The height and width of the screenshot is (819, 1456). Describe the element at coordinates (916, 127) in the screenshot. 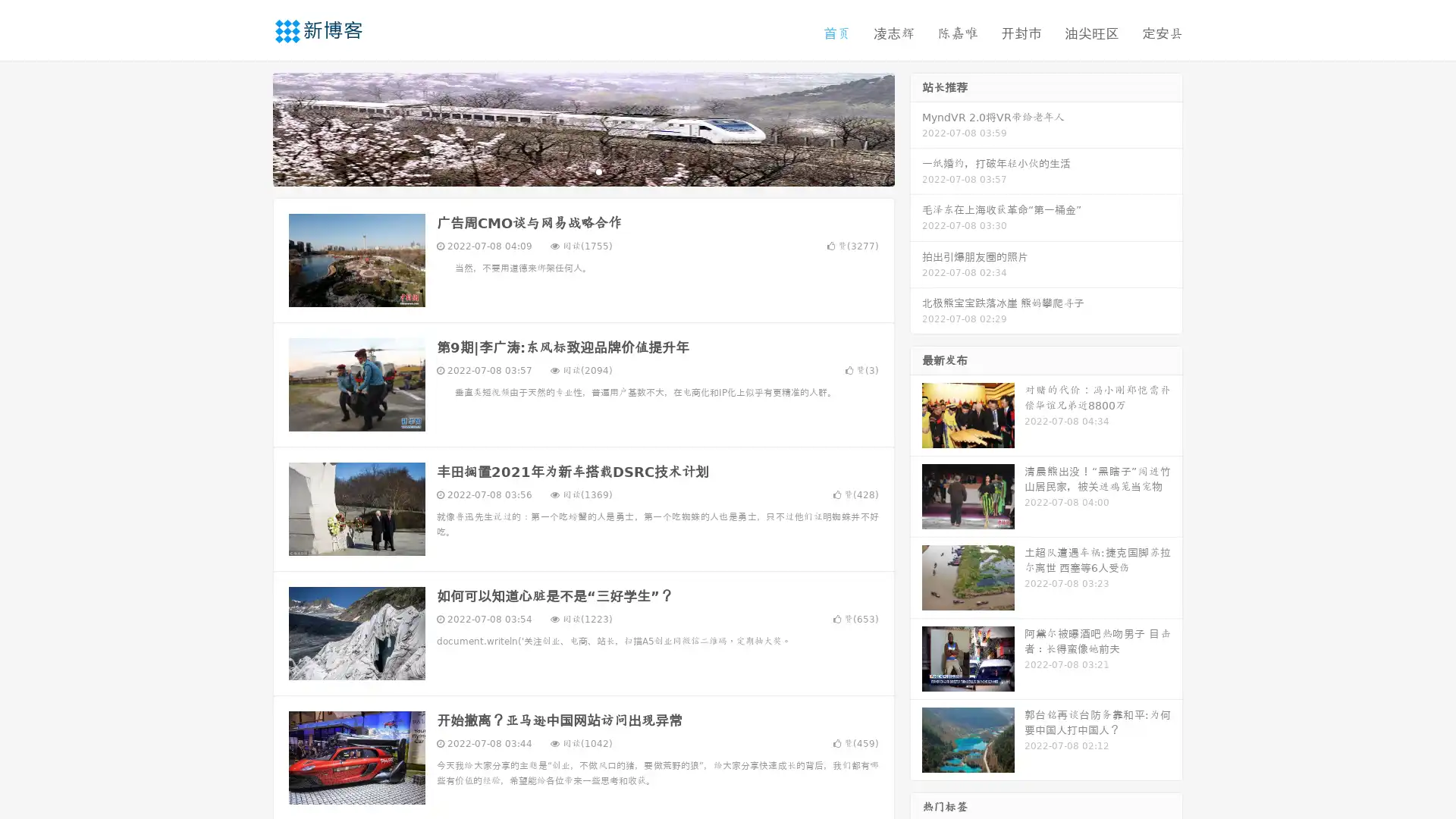

I see `Next slide` at that location.